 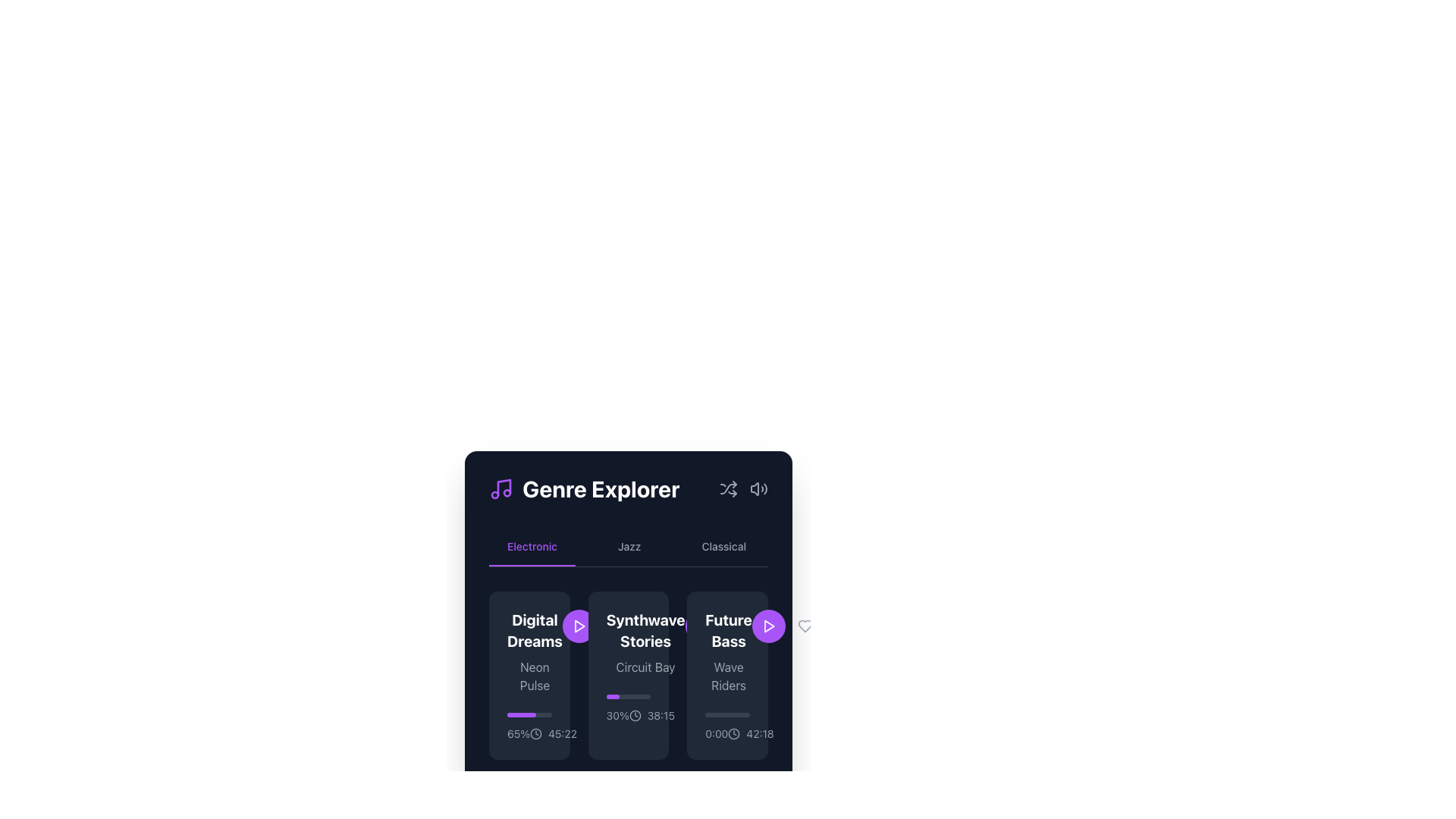 What do you see at coordinates (522, 714) in the screenshot?
I see `the progress bar segment located below the 'Digital Dreams' card in the 'Genre Explorer' interface, which visually indicates progress and is positioned at approximately 65% completion` at bounding box center [522, 714].